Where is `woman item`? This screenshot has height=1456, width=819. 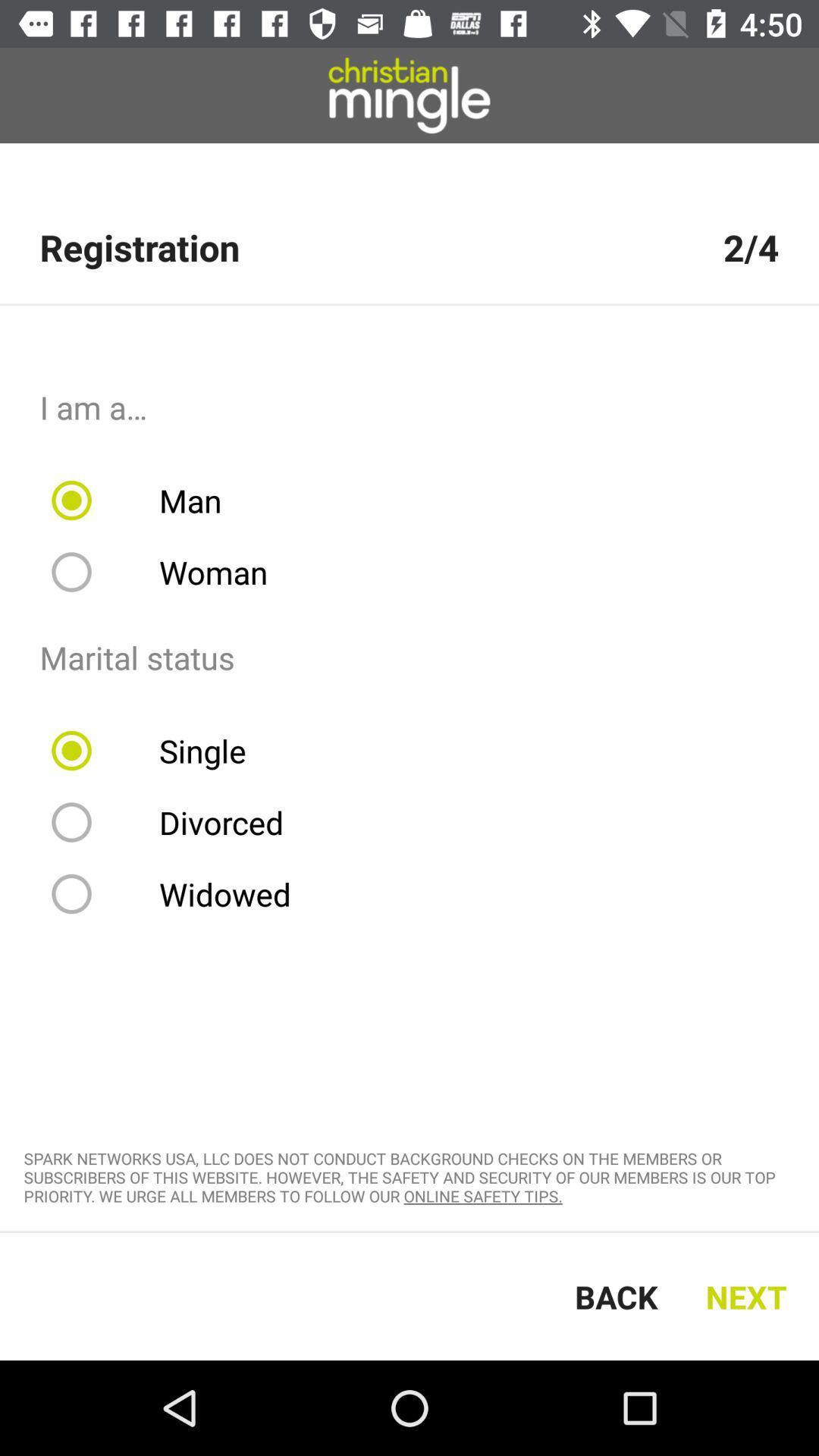 woman item is located at coordinates (169, 571).